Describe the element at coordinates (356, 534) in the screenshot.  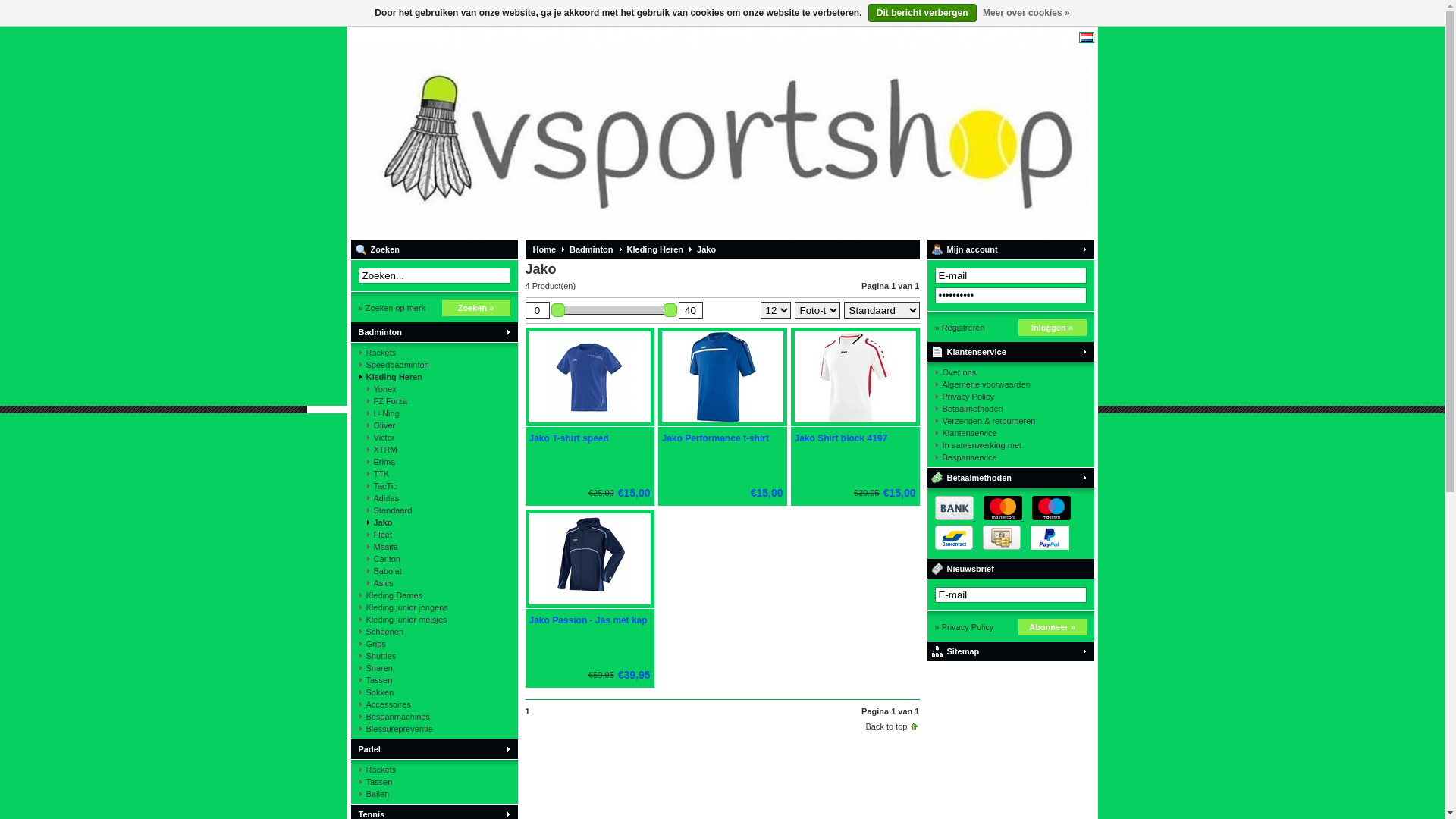
I see `'Fleet'` at that location.